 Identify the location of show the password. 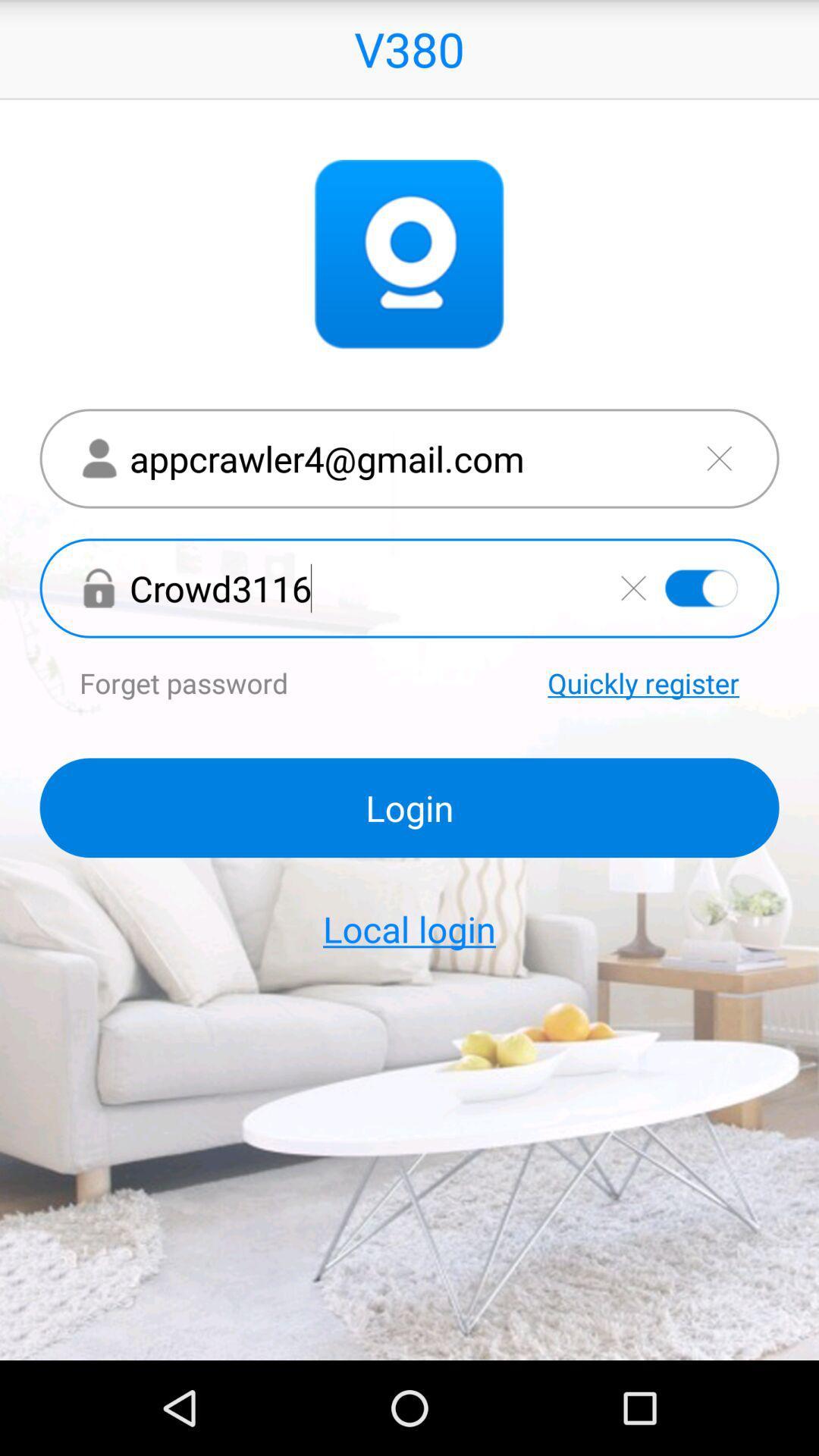
(701, 587).